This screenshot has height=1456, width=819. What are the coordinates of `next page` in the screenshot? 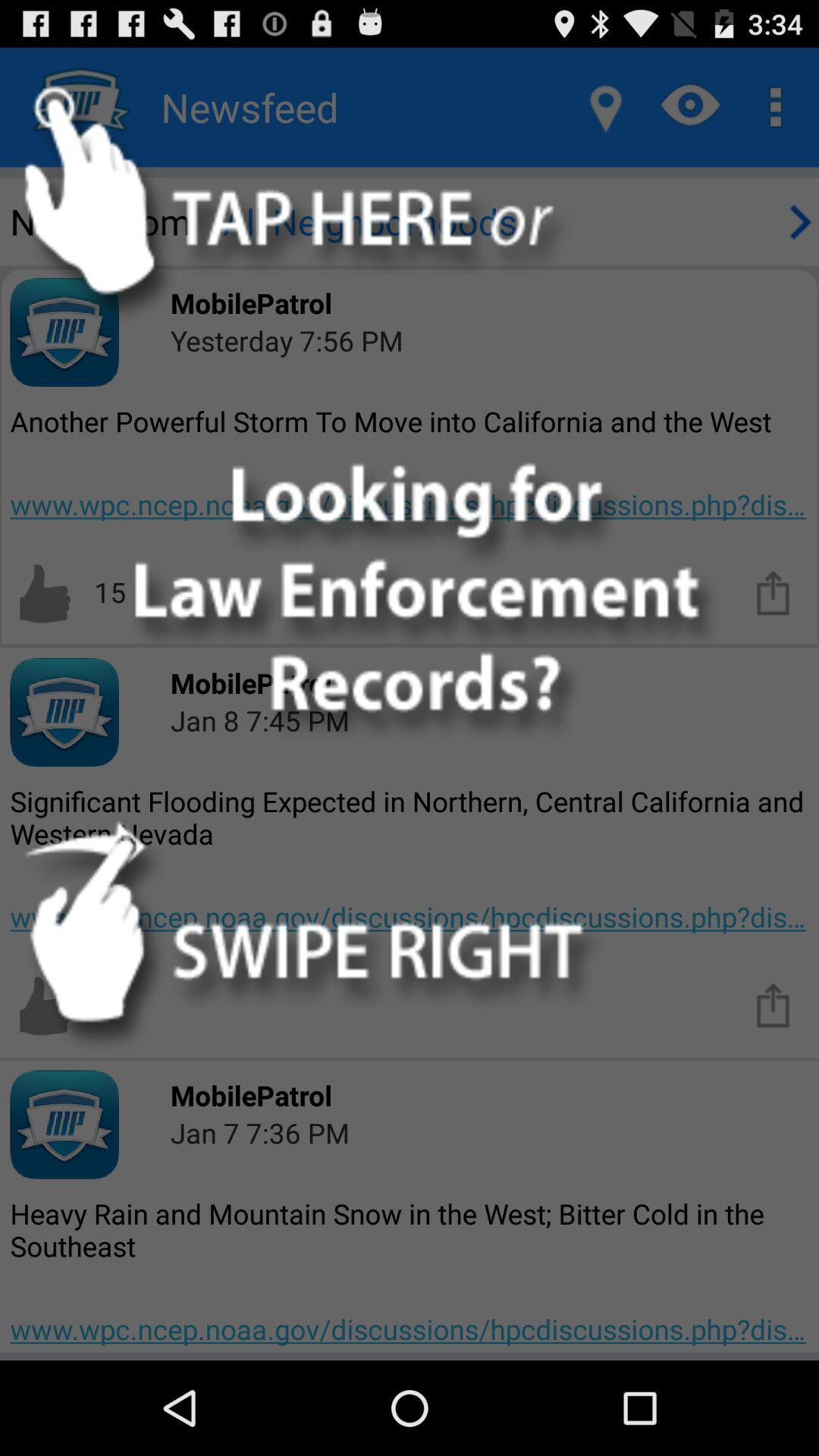 It's located at (796, 221).